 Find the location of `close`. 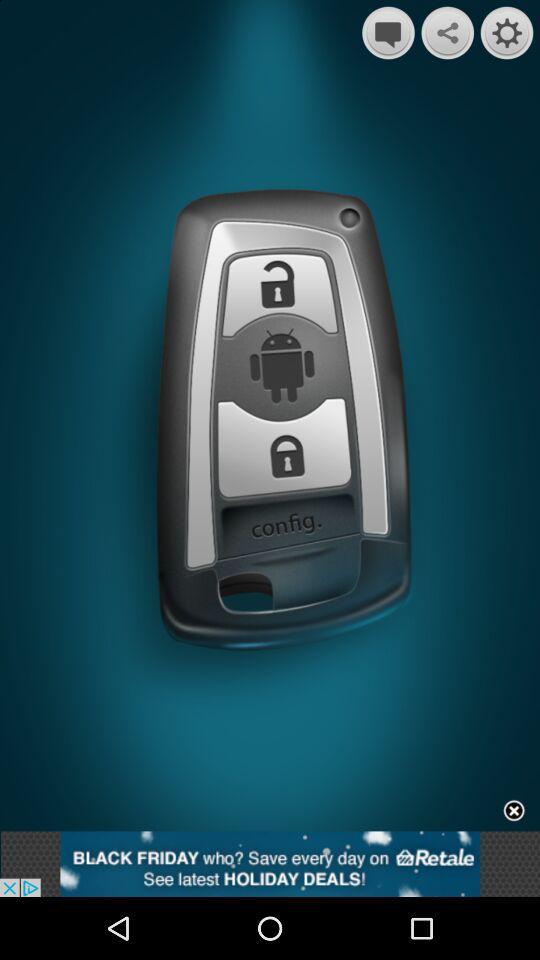

close is located at coordinates (514, 811).